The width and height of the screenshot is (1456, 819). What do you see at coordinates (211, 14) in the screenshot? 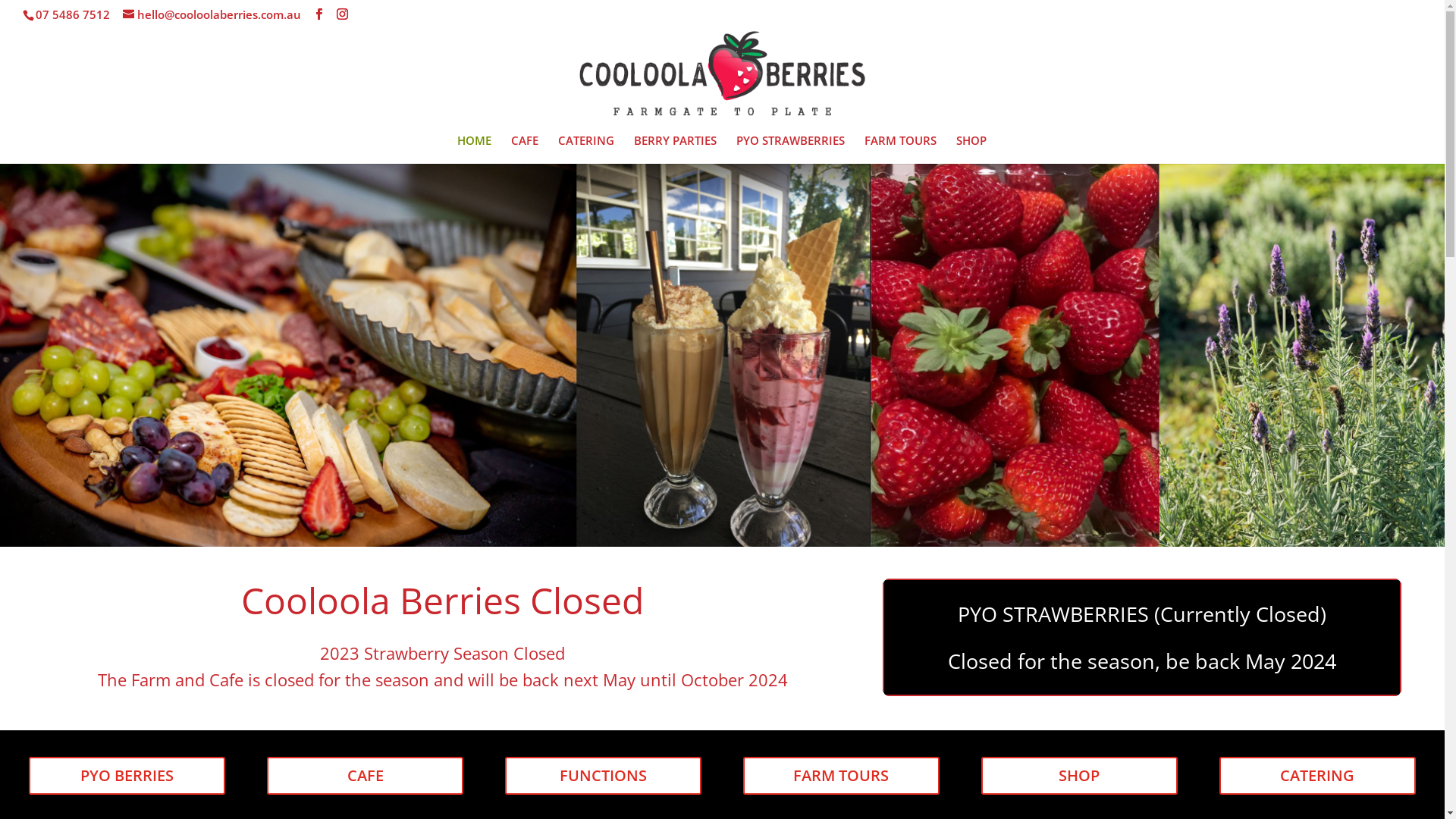
I see `'hello@cooloolaberries.com.au'` at bounding box center [211, 14].